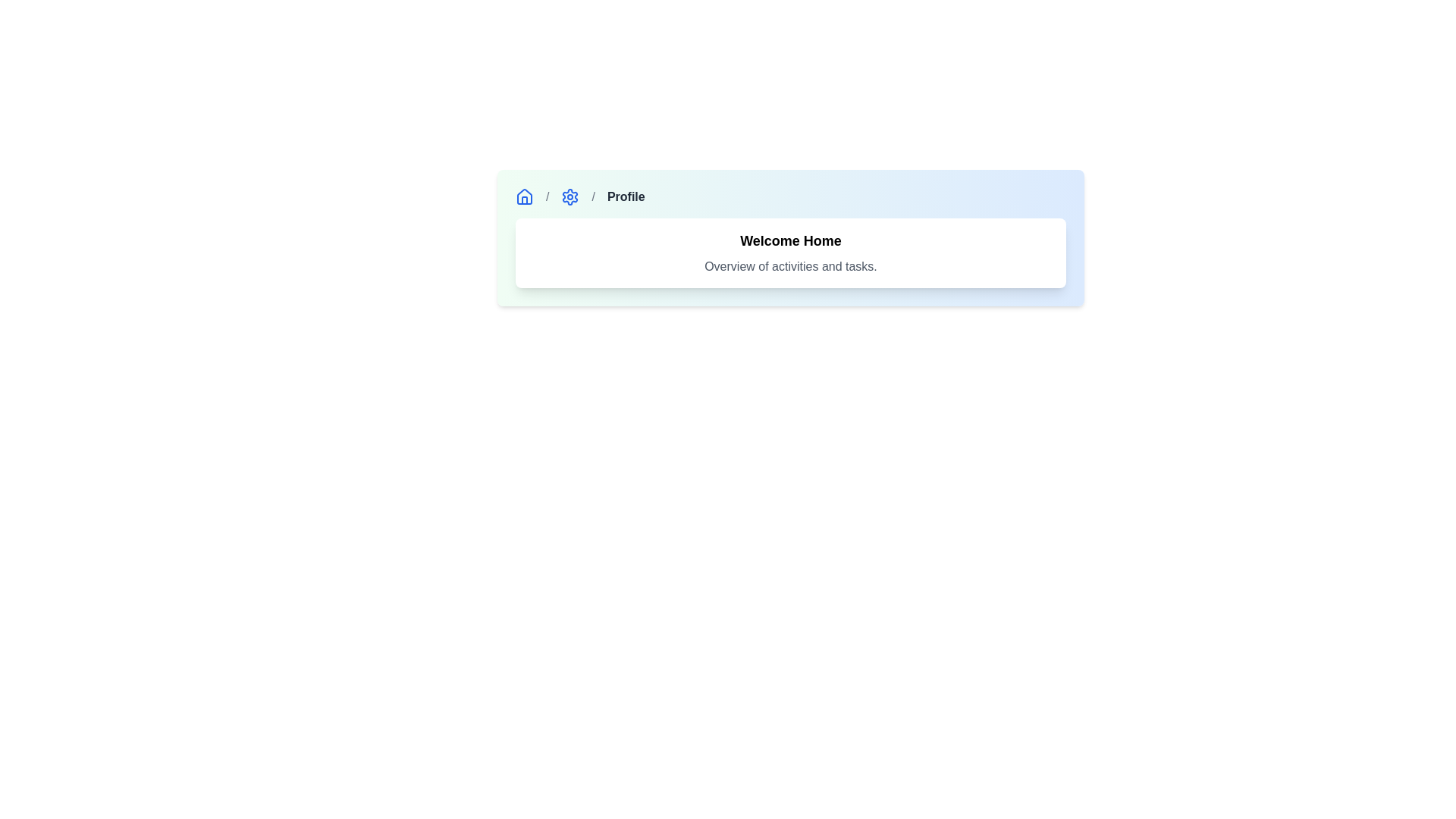 This screenshot has height=819, width=1456. What do you see at coordinates (570, 196) in the screenshot?
I see `the blue gear-like icon in the breadcrumb navigation bar` at bounding box center [570, 196].